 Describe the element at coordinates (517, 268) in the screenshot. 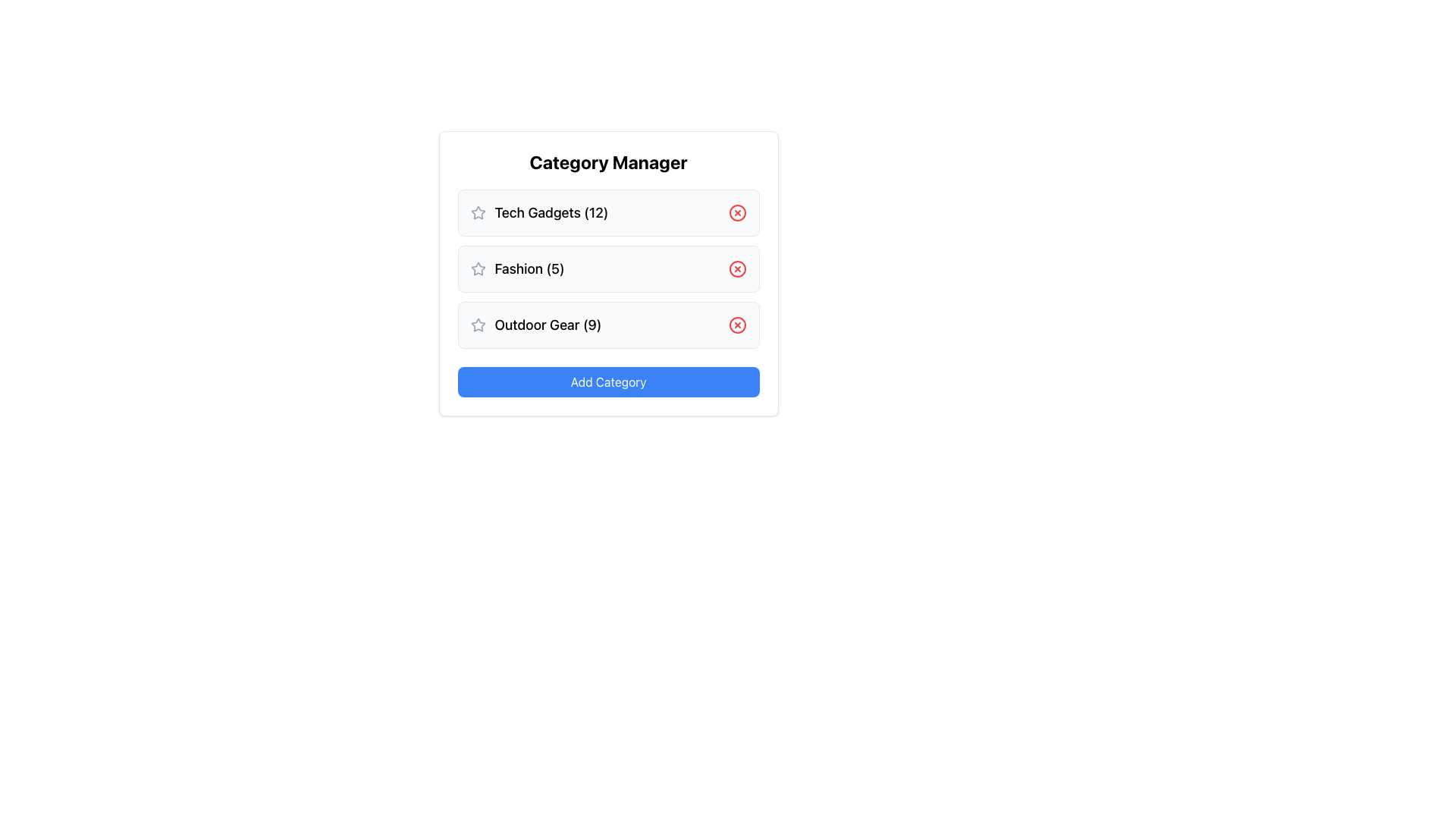

I see `the second Text Label element in the category list that displays a category name and a count of associated items, positioned between 'Tech Gadgets (12)' and 'Outdoor Gear (9)', to the right of a gray star icon and left of a circular red icon with a cross` at that location.